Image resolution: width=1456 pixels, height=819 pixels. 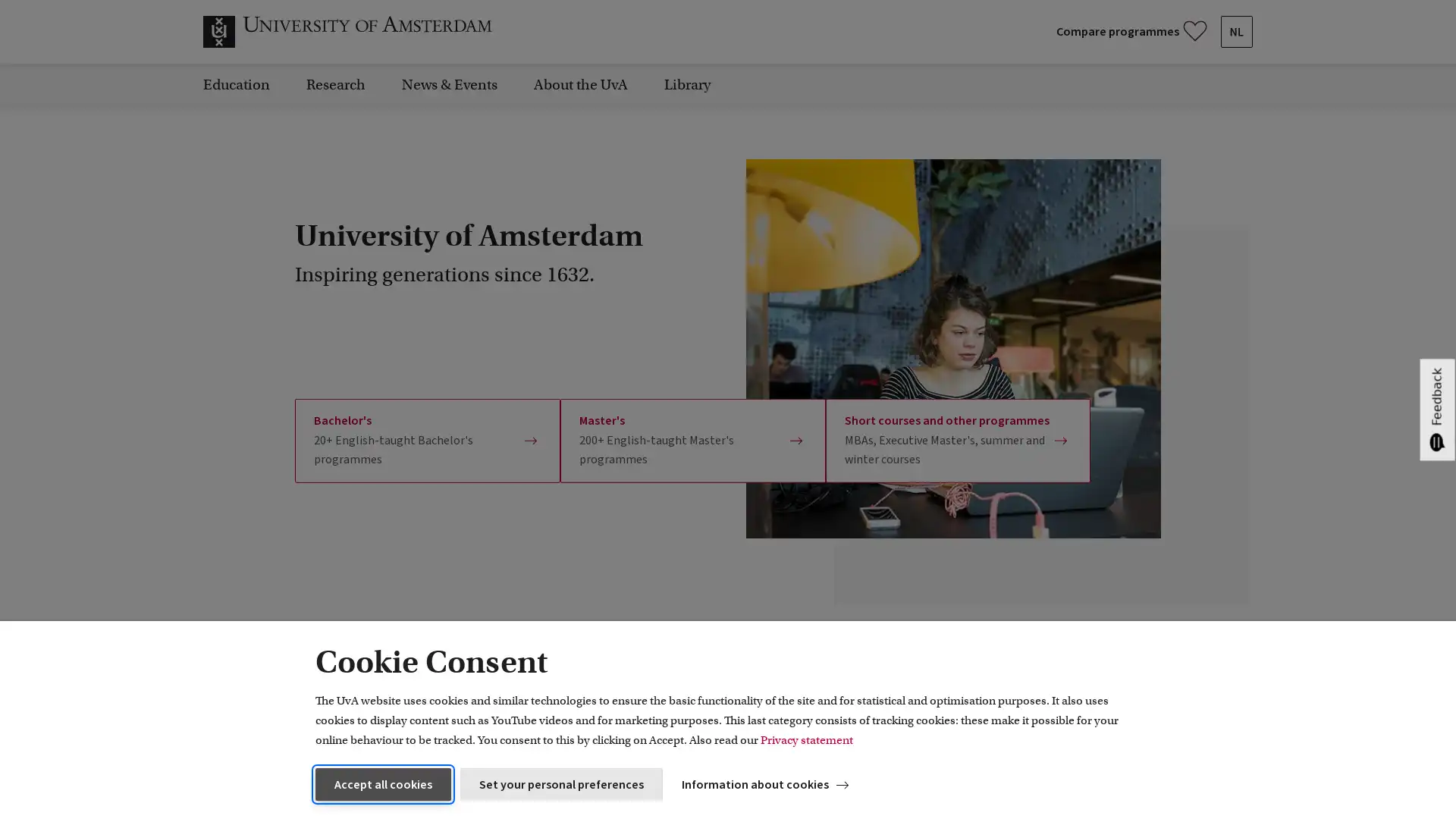 What do you see at coordinates (560, 784) in the screenshot?
I see `Set your personal preferences` at bounding box center [560, 784].